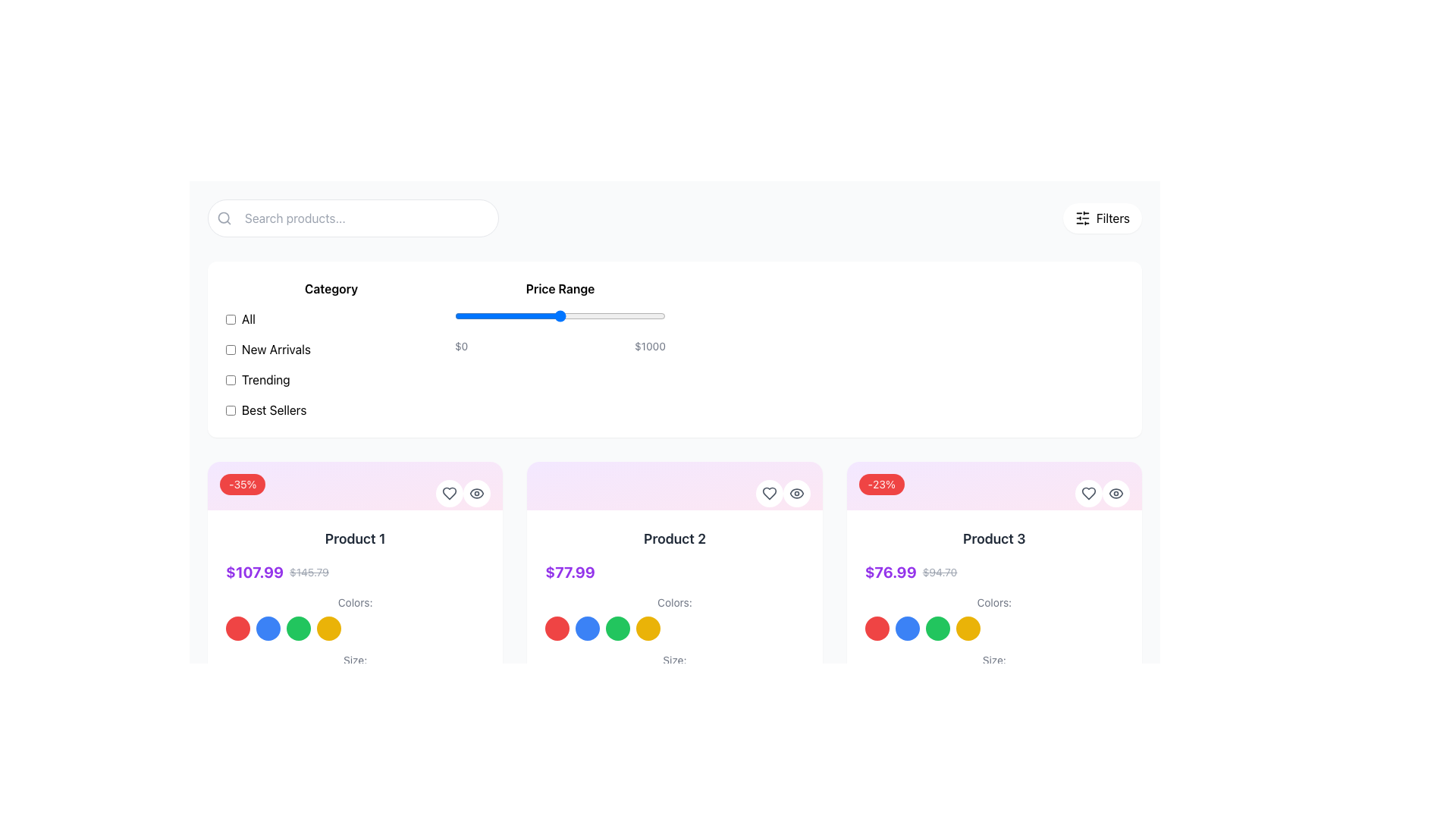 This screenshot has height=819, width=1456. I want to click on the third circle in the 'Colors' section of the product card for 'Product 2', so click(618, 629).